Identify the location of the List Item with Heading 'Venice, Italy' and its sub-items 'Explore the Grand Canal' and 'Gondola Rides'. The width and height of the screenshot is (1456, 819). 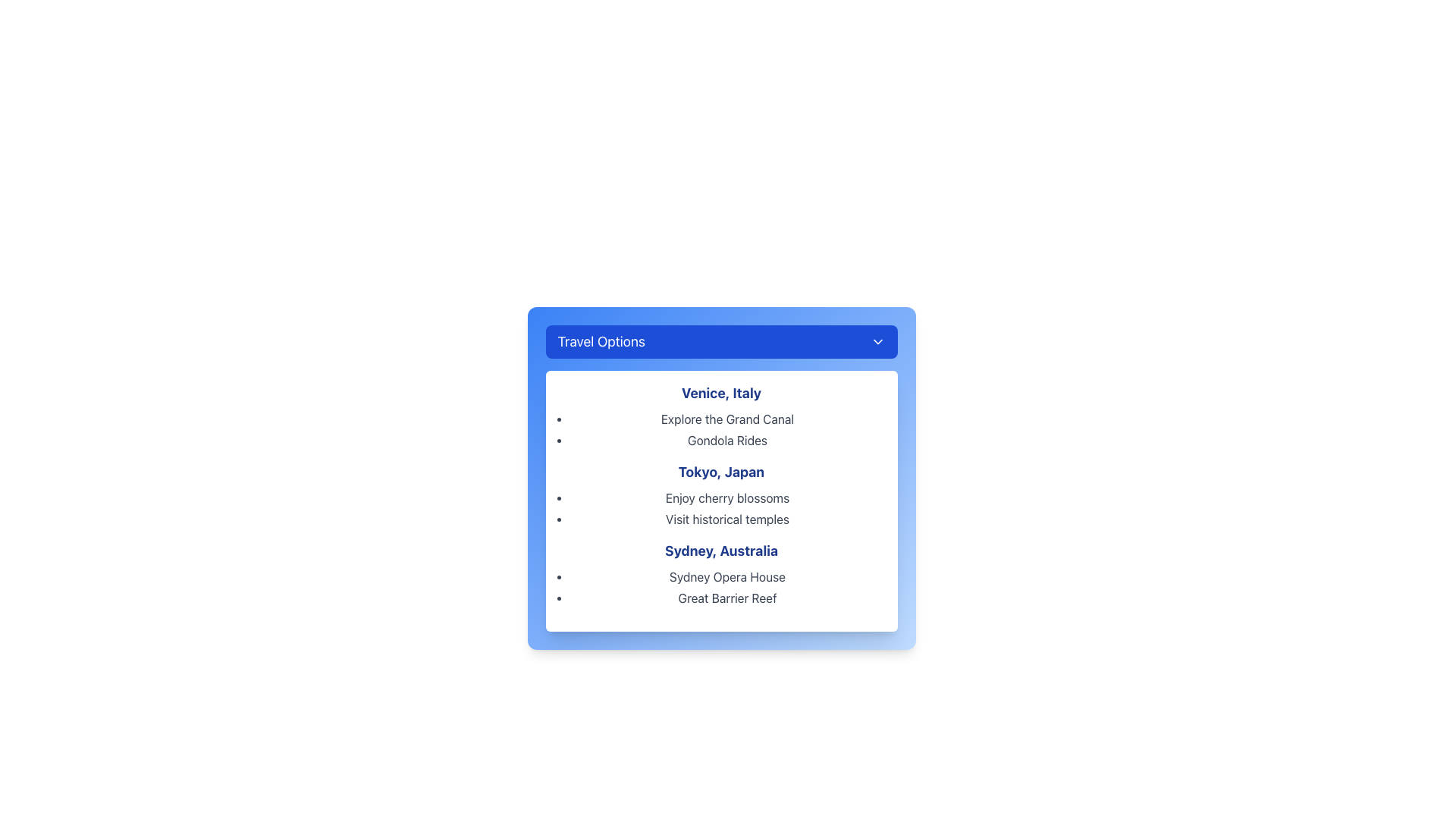
(720, 416).